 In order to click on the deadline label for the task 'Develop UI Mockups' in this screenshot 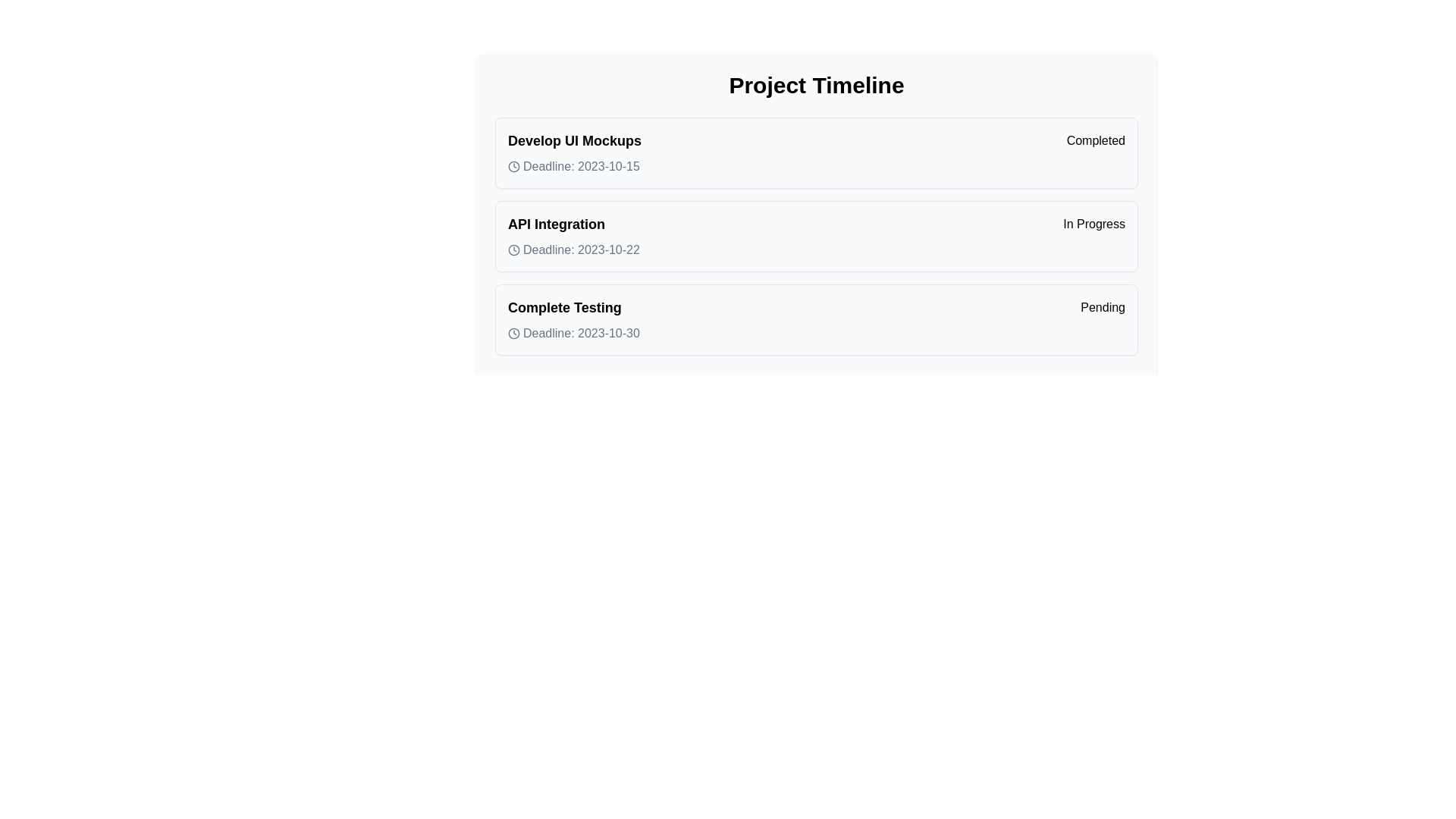, I will do `click(573, 166)`.